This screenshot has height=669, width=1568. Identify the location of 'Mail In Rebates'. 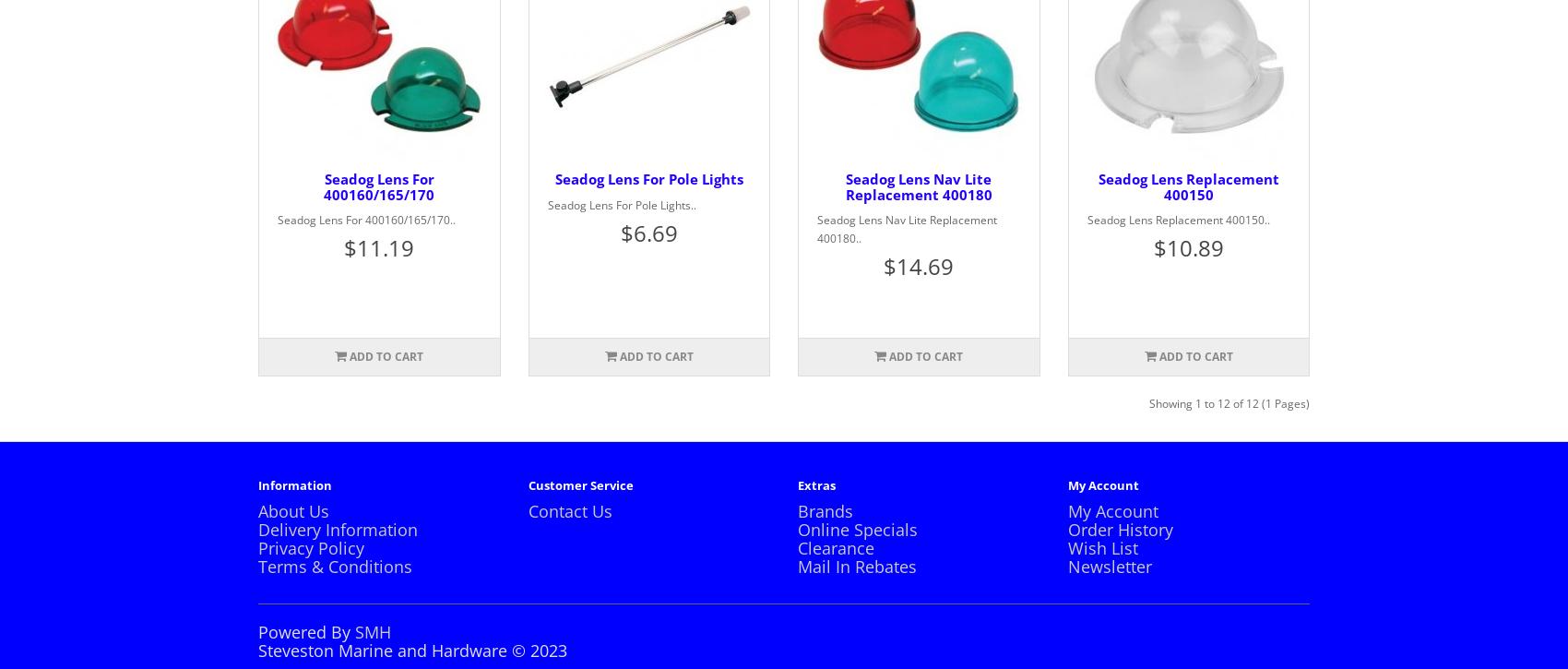
(797, 564).